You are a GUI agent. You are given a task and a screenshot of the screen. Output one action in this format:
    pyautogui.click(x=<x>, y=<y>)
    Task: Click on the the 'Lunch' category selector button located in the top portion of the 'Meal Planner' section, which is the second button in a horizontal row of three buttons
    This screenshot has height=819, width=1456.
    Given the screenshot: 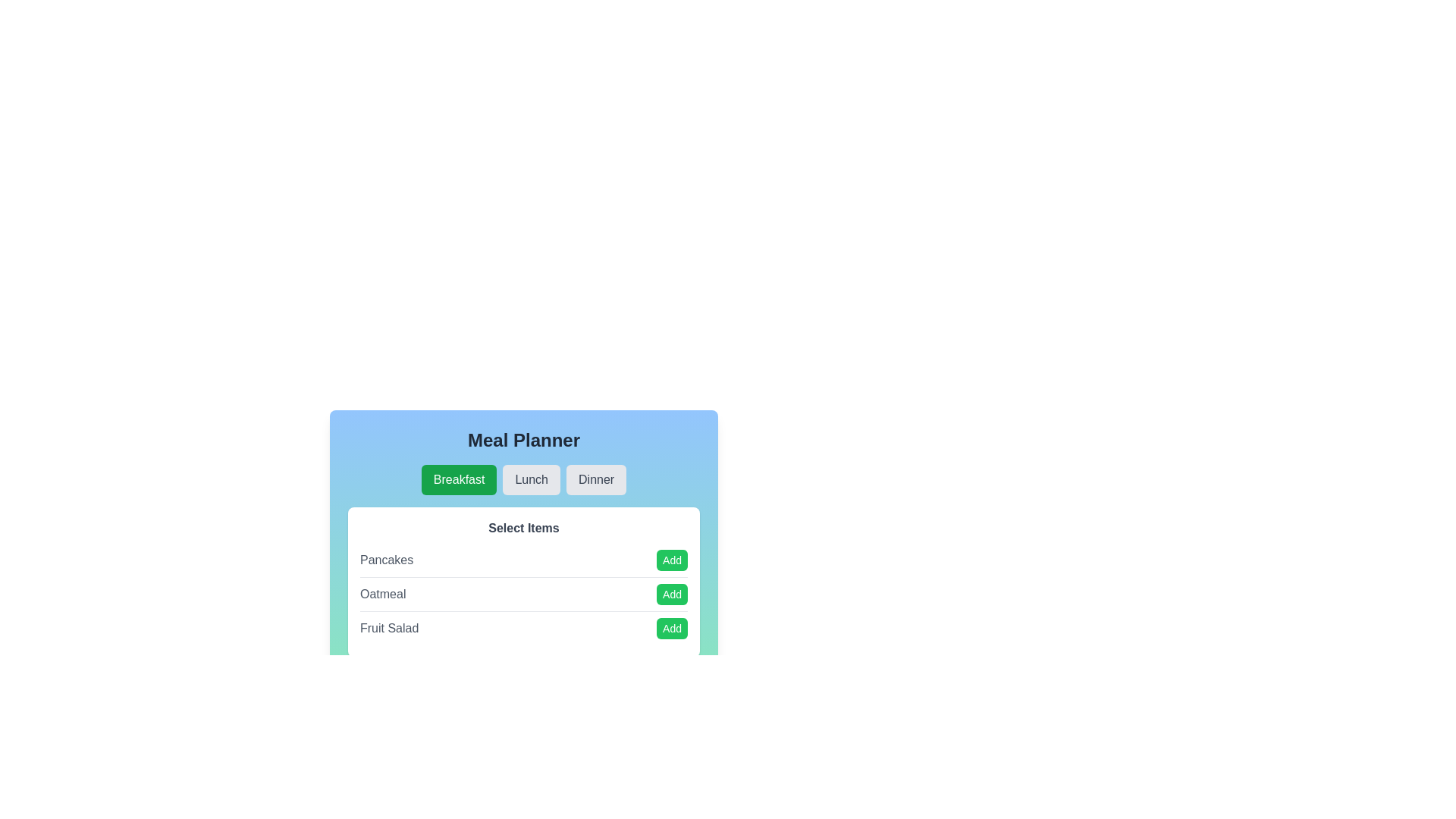 What is the action you would take?
    pyautogui.click(x=532, y=479)
    